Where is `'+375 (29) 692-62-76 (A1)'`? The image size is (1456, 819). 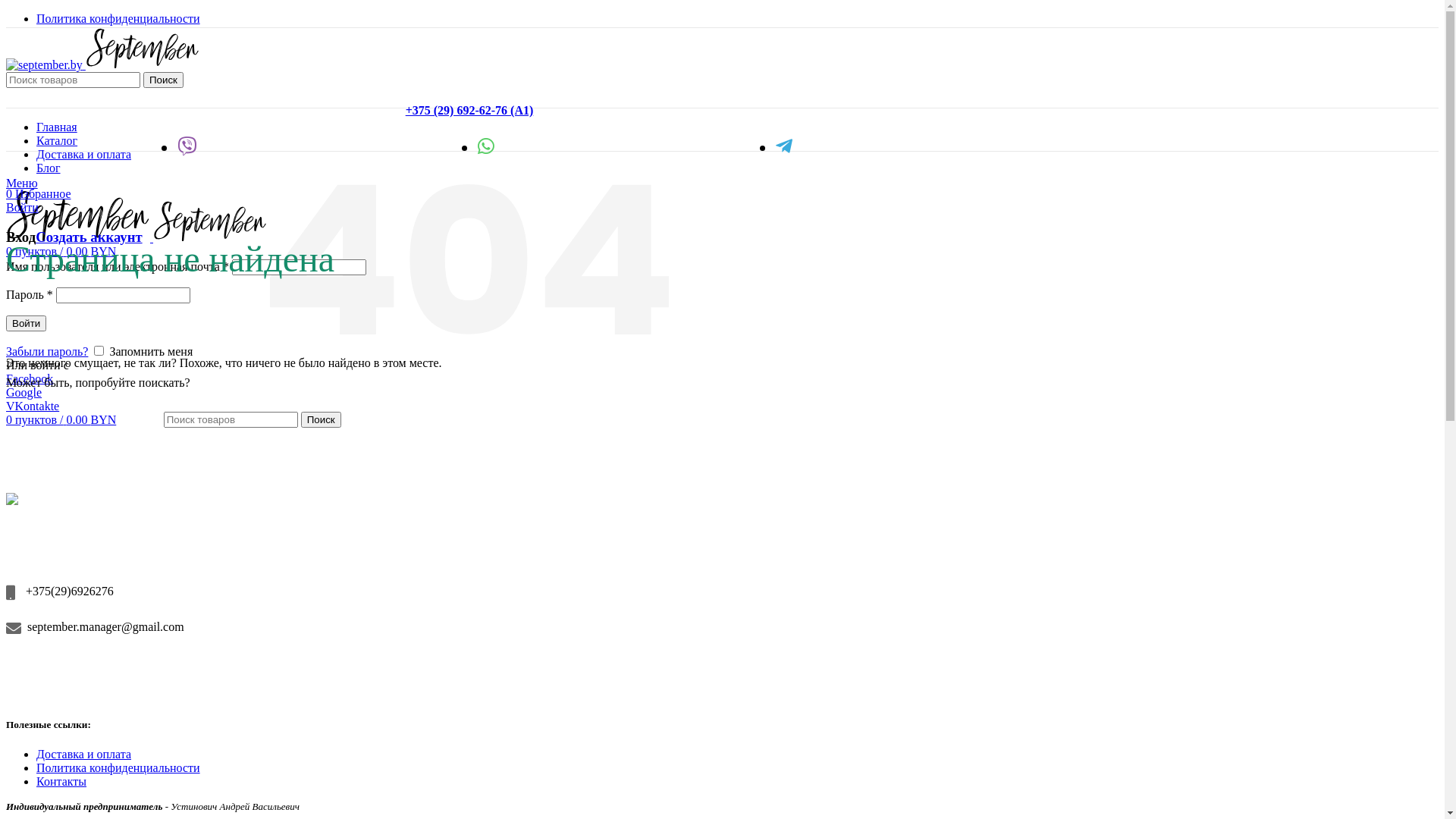
'+375 (29) 692-62-76 (A1)' is located at coordinates (405, 109).